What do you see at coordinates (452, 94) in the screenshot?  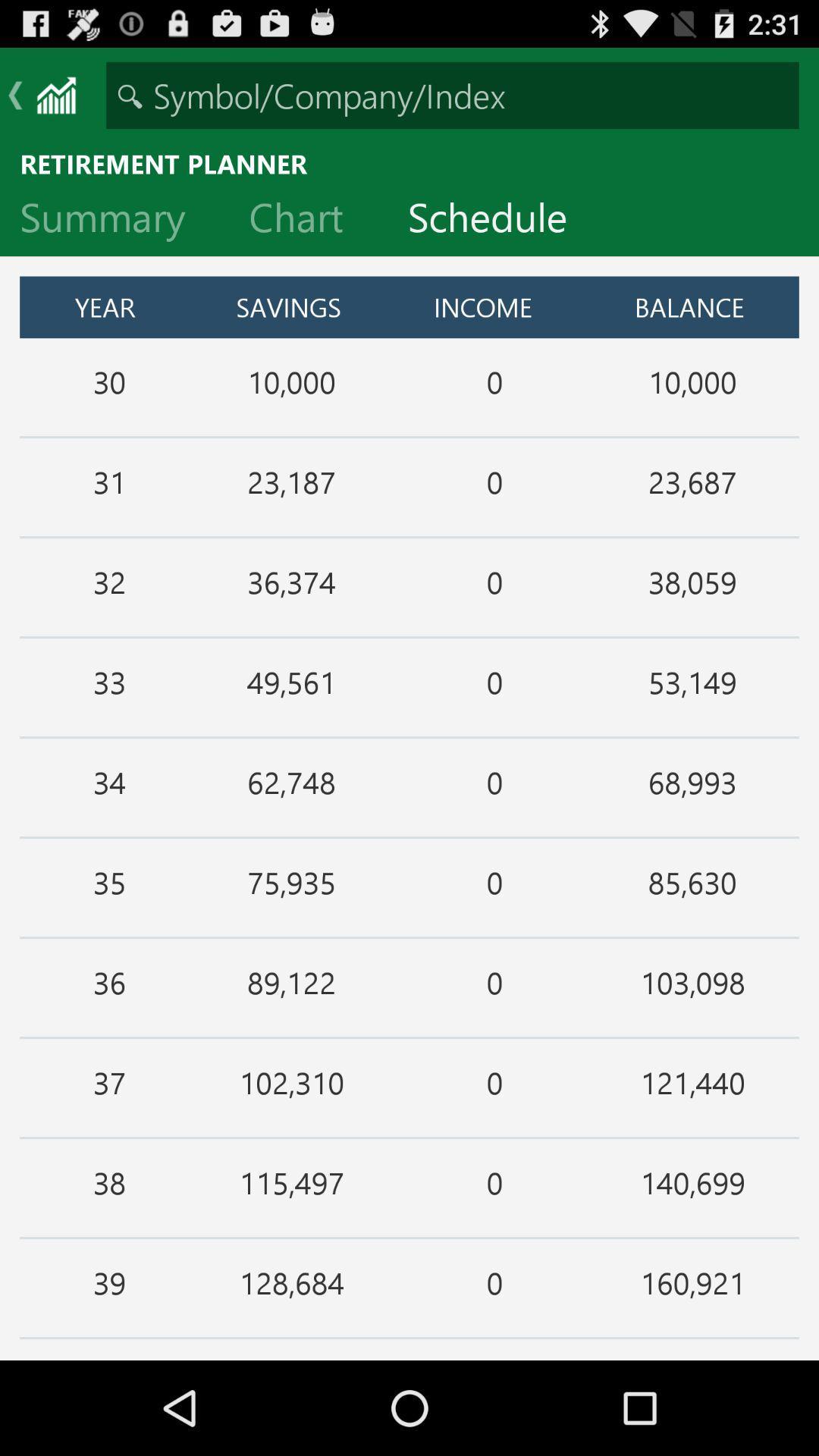 I see `symbol or company` at bounding box center [452, 94].